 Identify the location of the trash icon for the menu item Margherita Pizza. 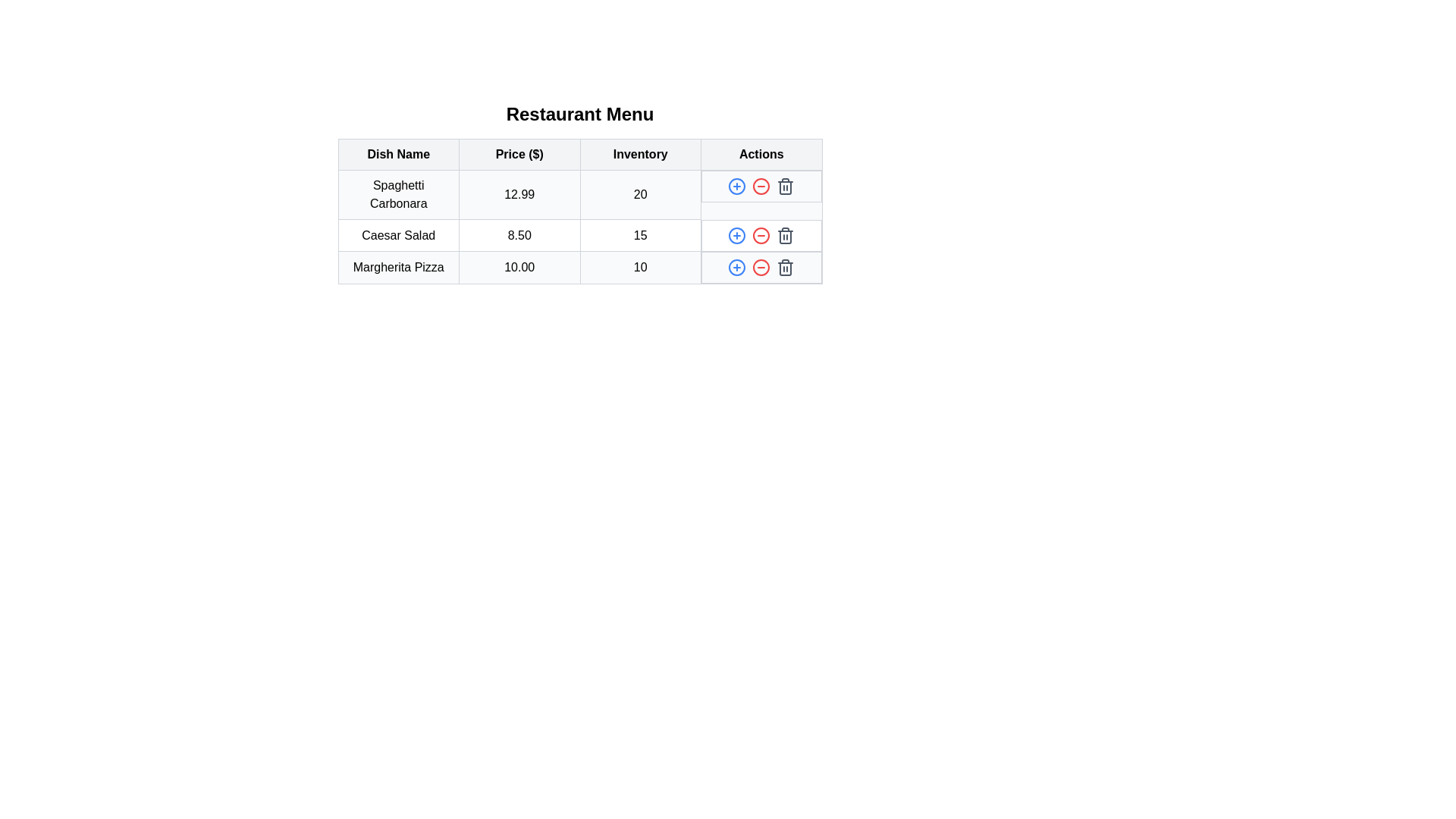
(786, 266).